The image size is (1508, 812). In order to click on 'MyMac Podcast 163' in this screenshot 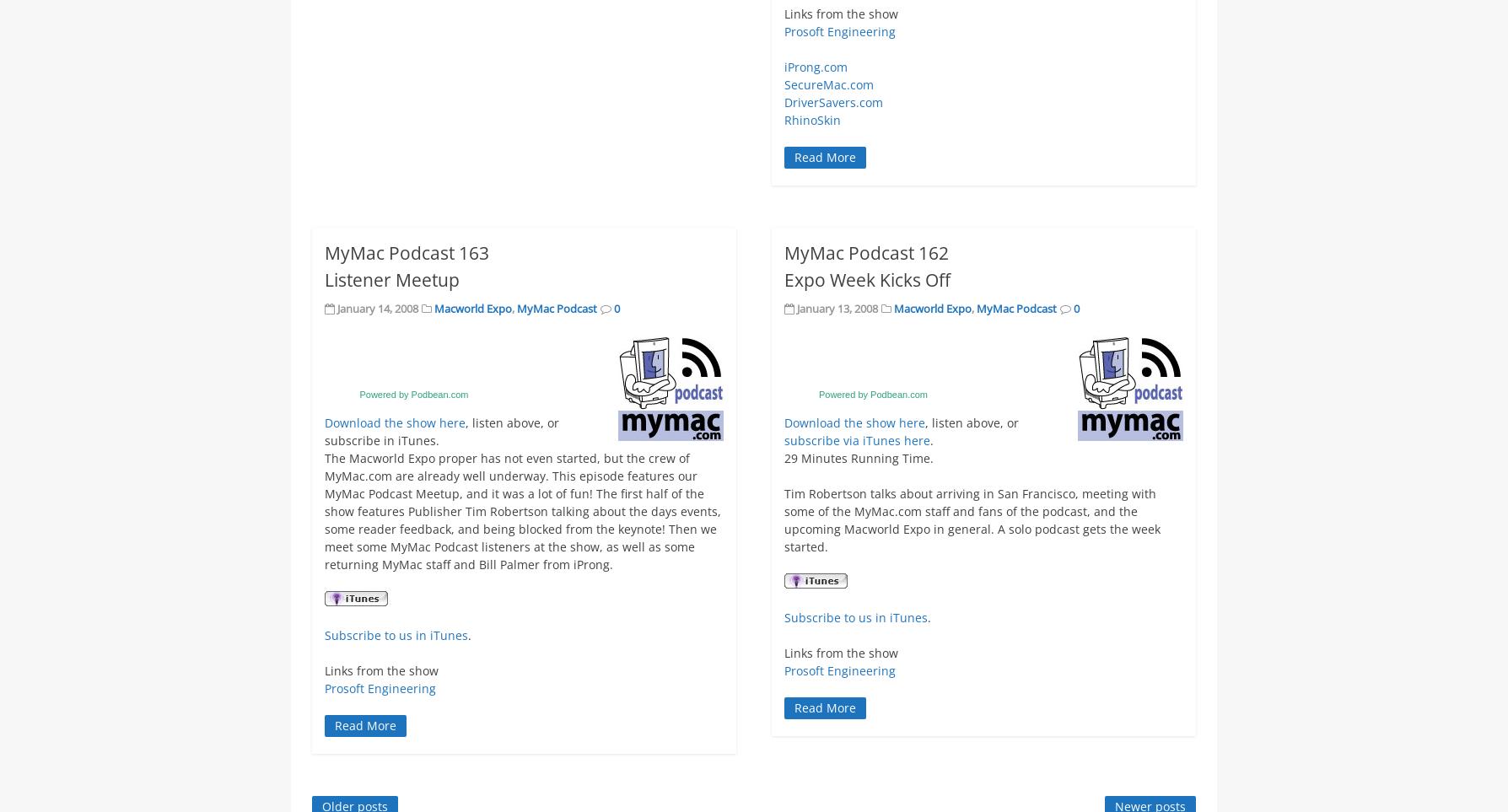, I will do `click(407, 251)`.